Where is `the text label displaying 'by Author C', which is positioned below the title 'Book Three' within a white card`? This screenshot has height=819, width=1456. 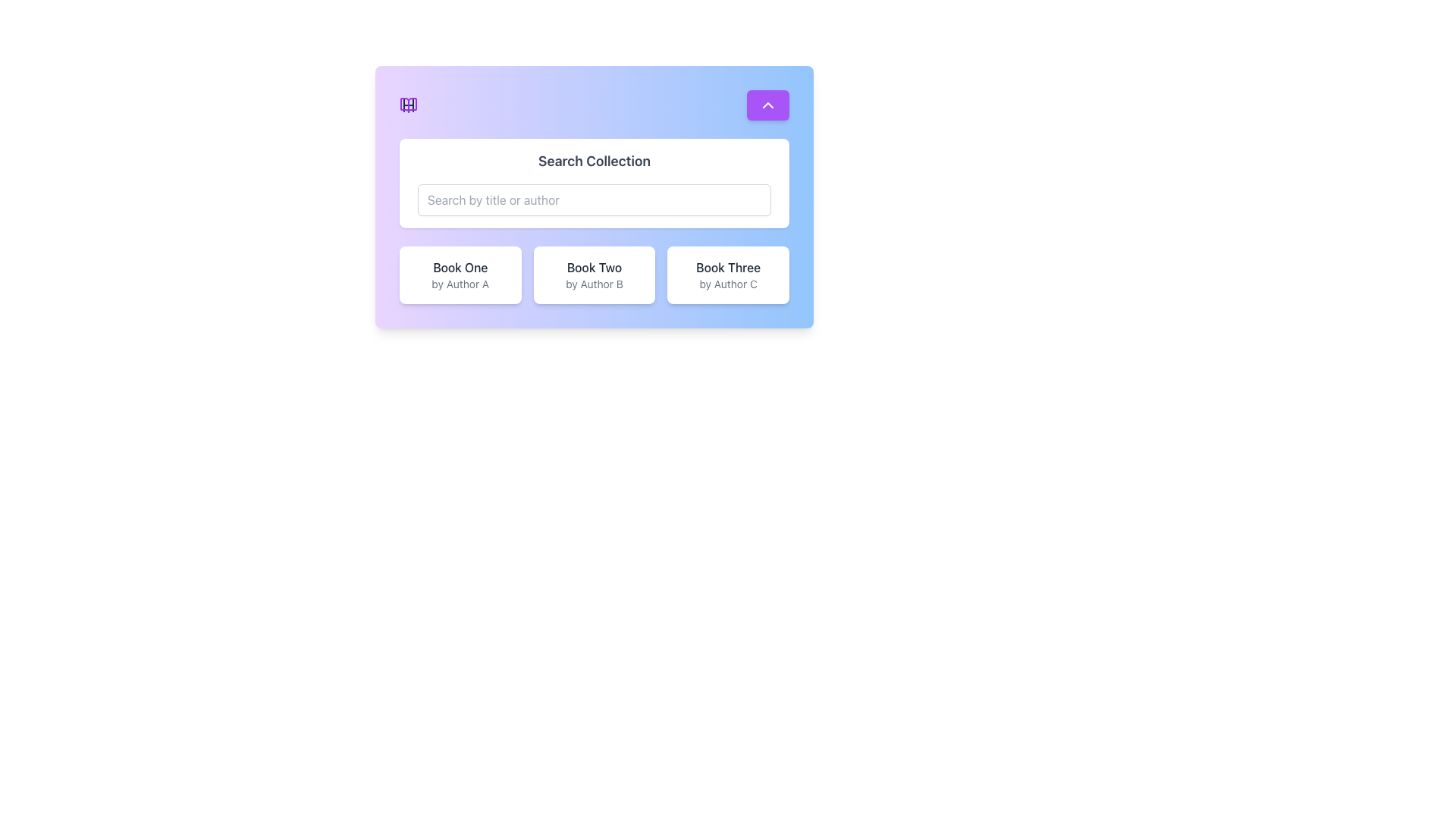
the text label displaying 'by Author C', which is positioned below the title 'Book Three' within a white card is located at coordinates (728, 284).